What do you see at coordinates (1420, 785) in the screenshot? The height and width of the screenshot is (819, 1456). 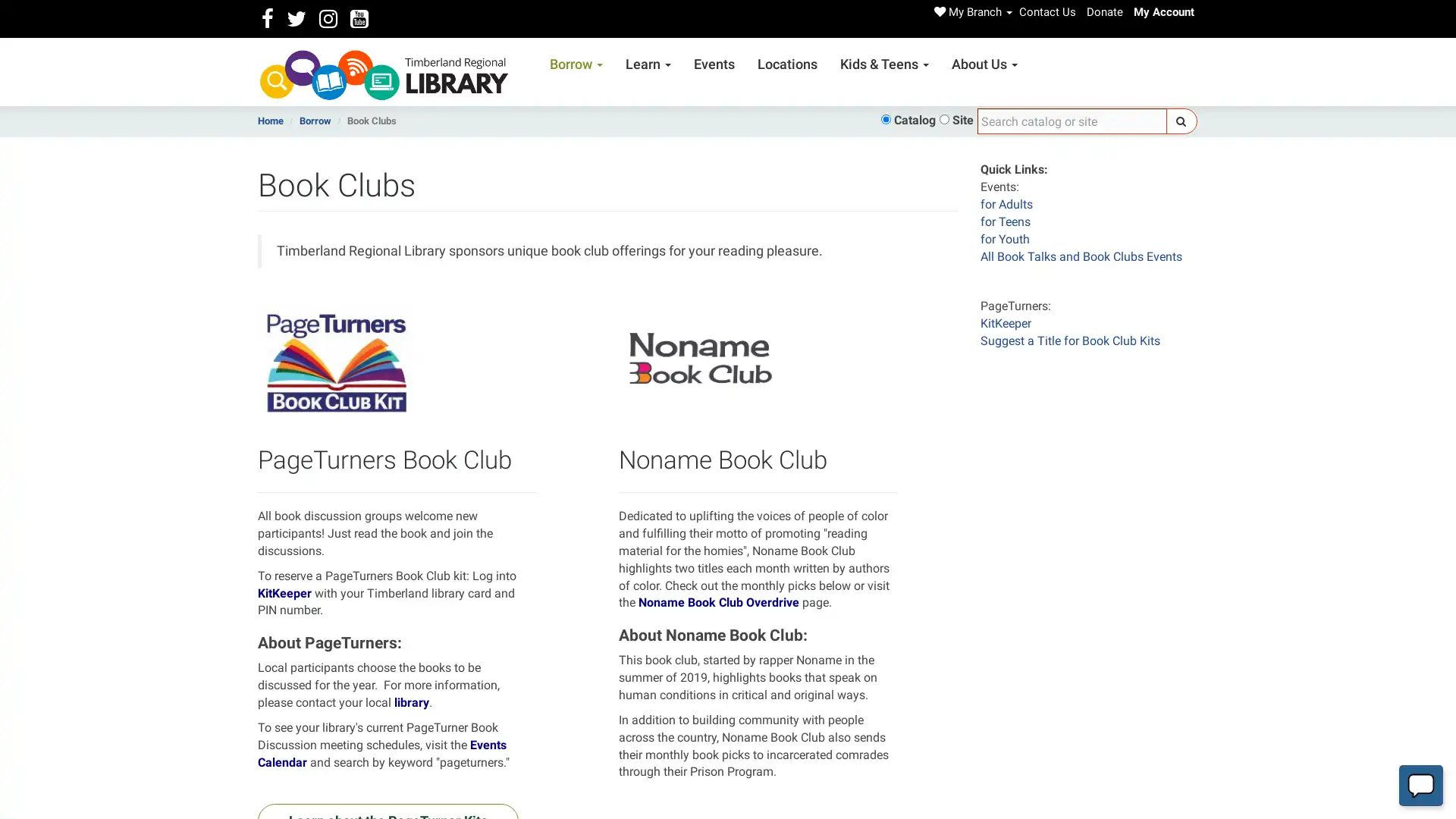 I see `Start chat` at bounding box center [1420, 785].